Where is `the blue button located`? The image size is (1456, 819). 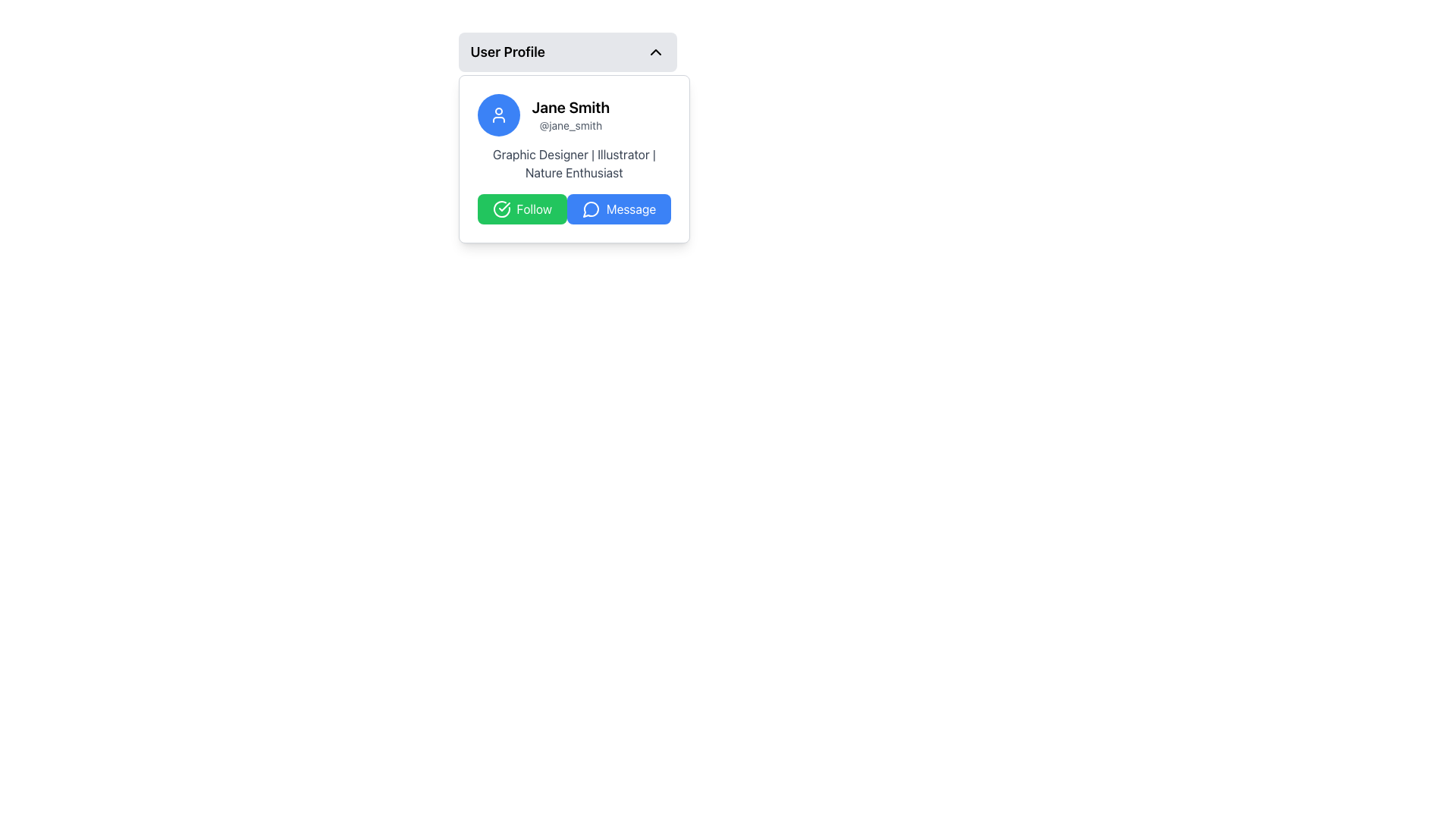
the blue button located is located at coordinates (619, 209).